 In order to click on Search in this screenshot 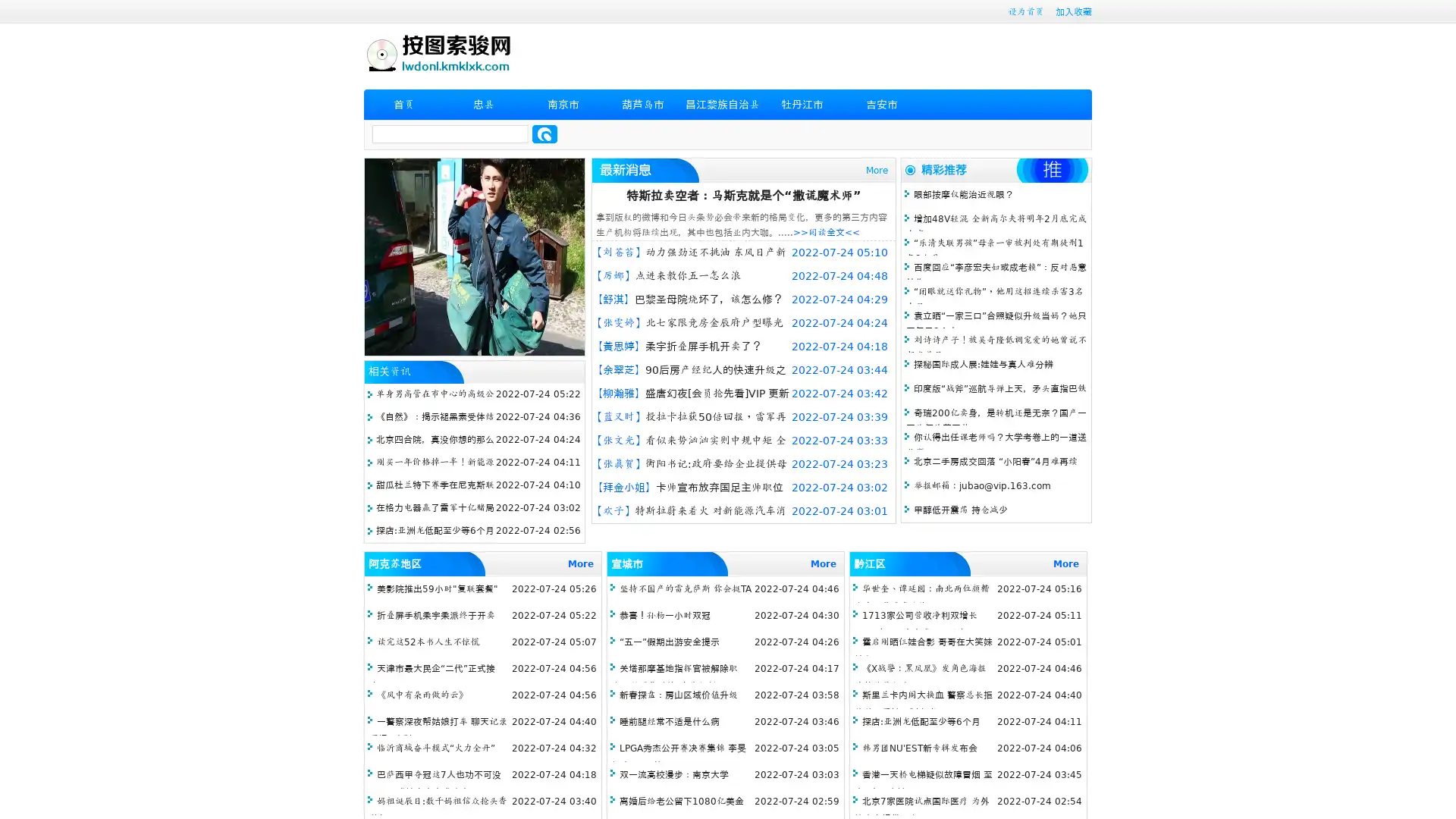, I will do `click(544, 133)`.